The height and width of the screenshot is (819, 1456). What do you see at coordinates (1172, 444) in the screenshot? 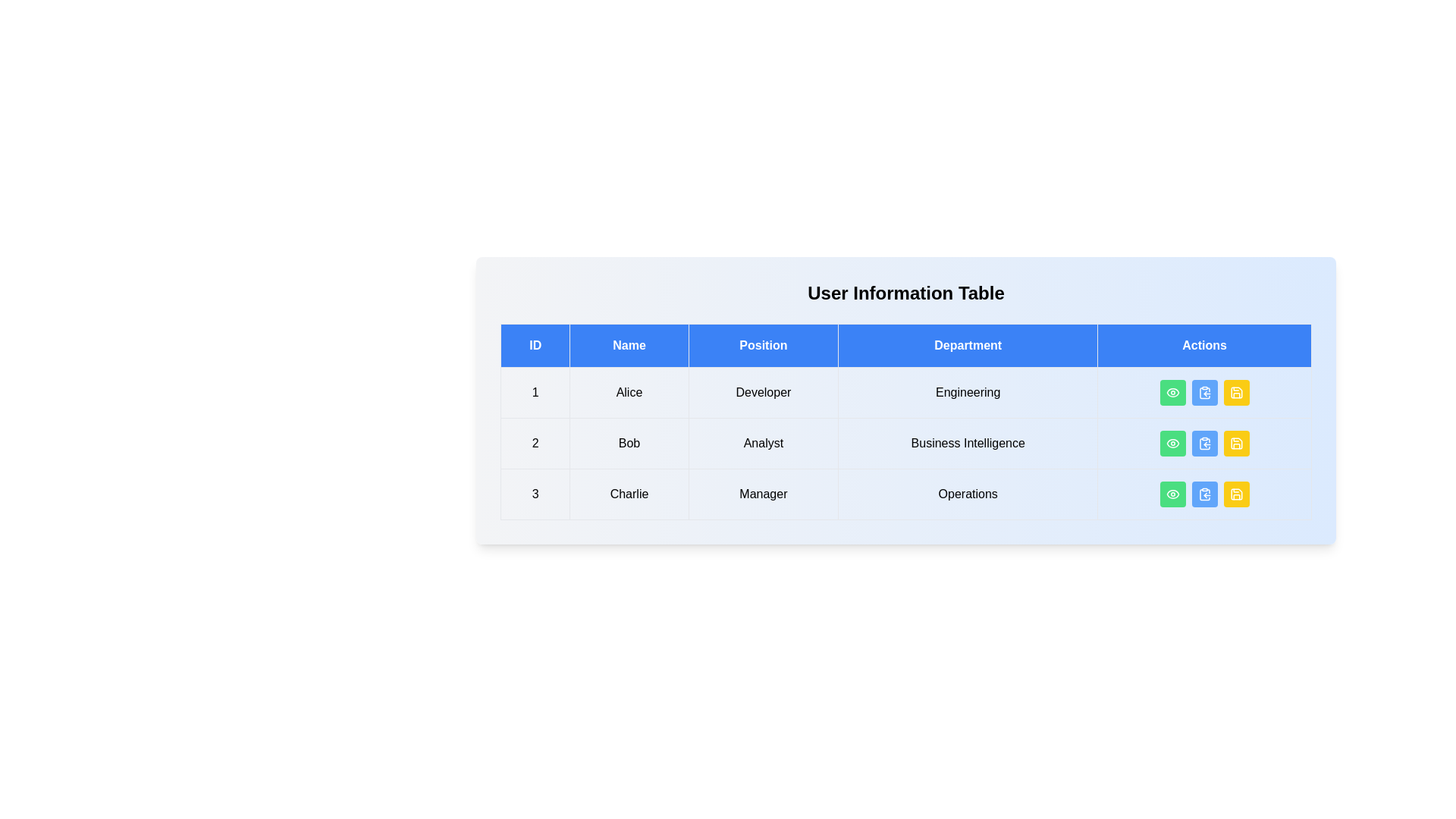
I see `the 'Eye' button in the 'Actions' column of the row corresponding to 2` at bounding box center [1172, 444].